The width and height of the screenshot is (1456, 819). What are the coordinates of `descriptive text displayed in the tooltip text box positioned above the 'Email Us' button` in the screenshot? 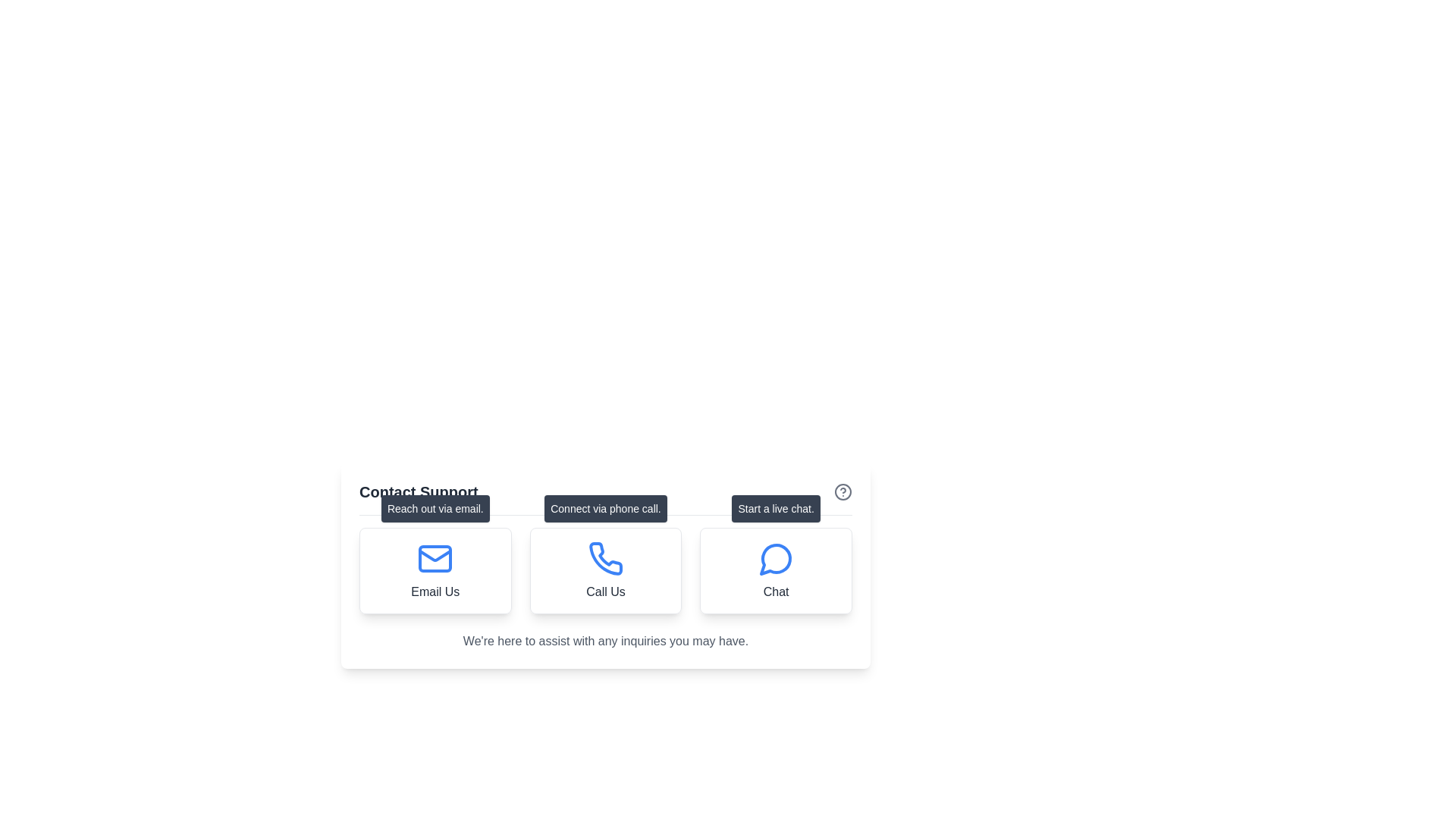 It's located at (435, 509).